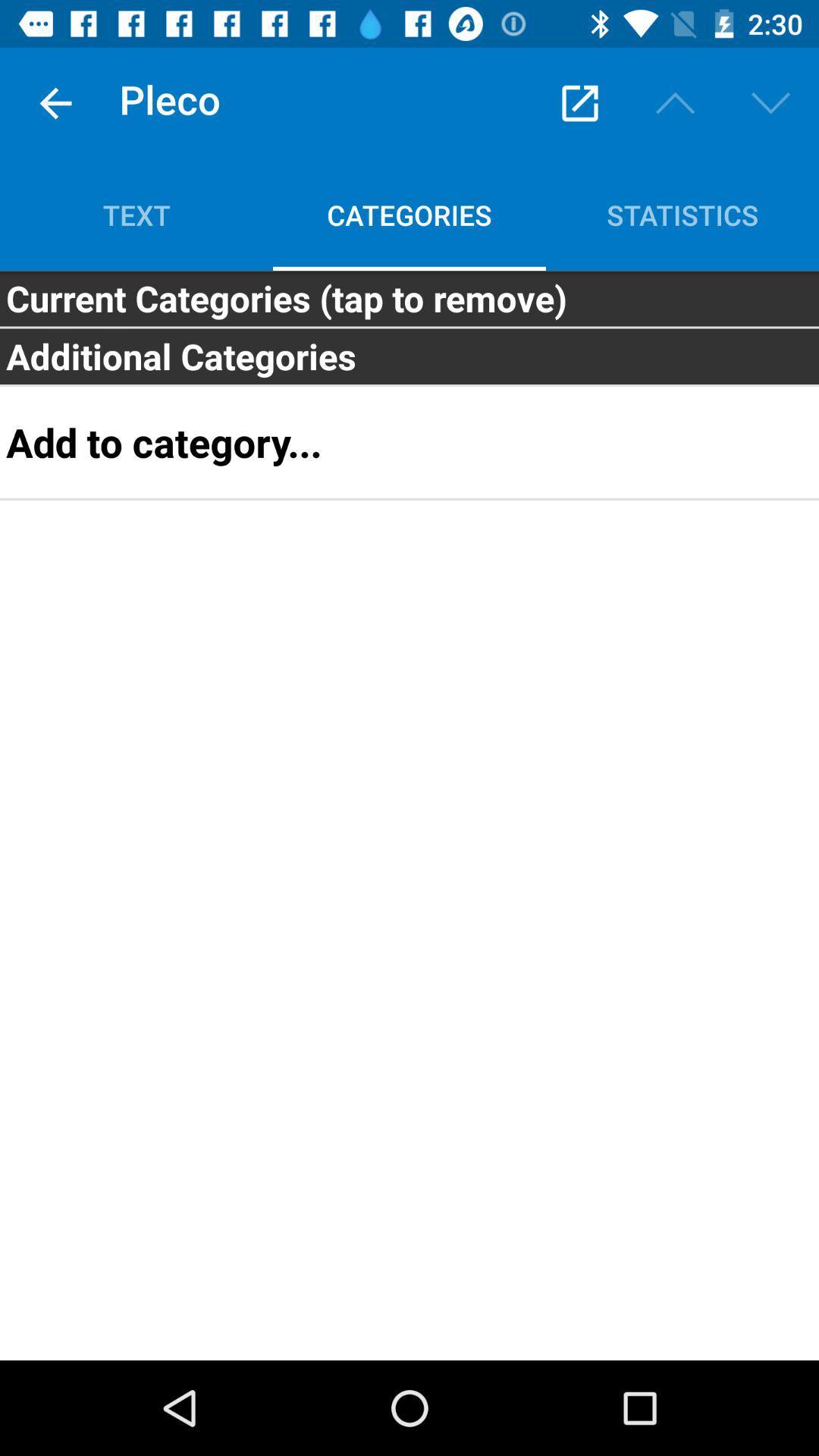  Describe the element at coordinates (136, 214) in the screenshot. I see `item next to categories icon` at that location.